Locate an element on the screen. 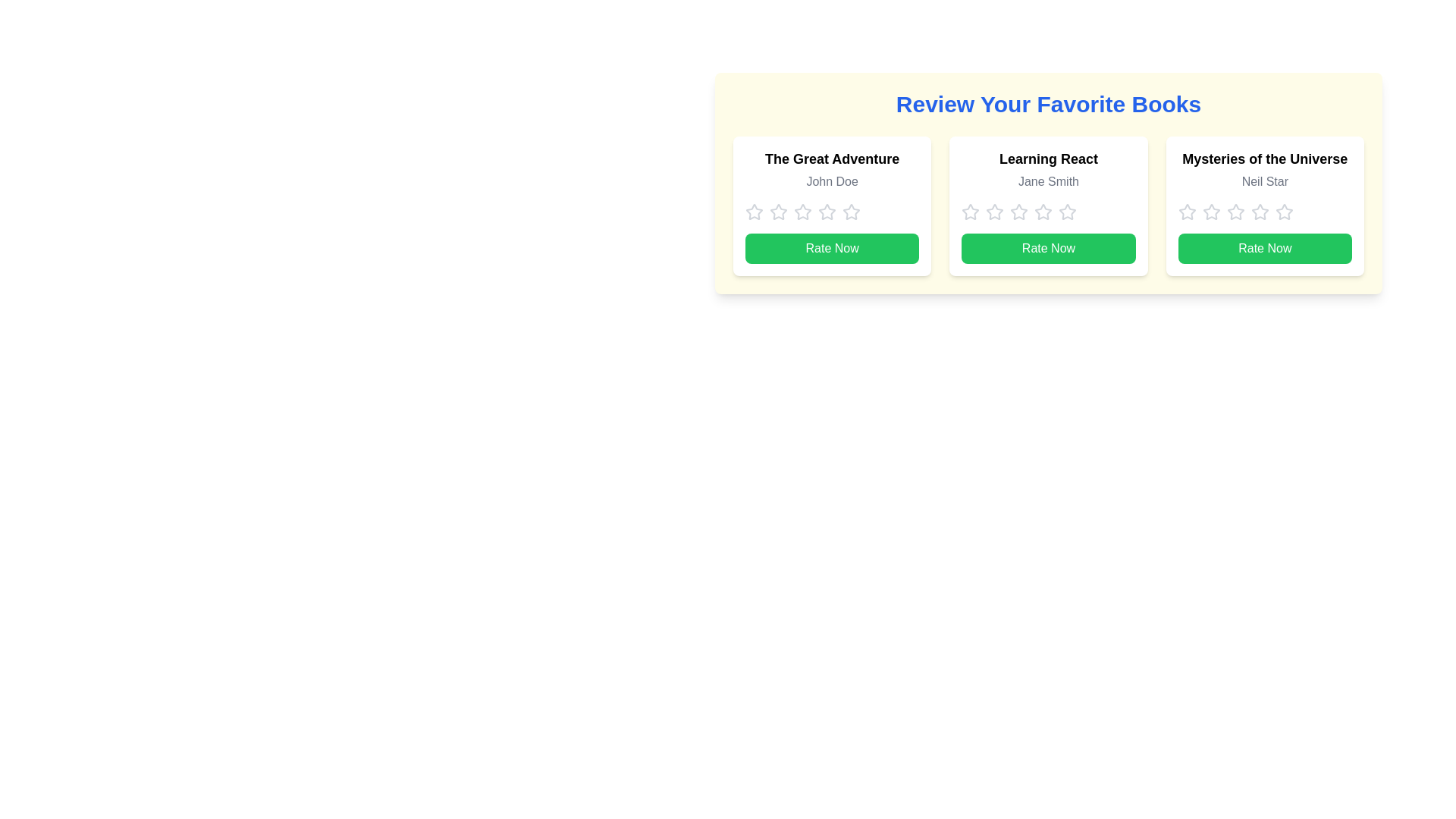 Image resolution: width=1456 pixels, height=819 pixels. on the star icon in the Rating component for the card titled 'Mysteries of the Universe' is located at coordinates (1265, 212).